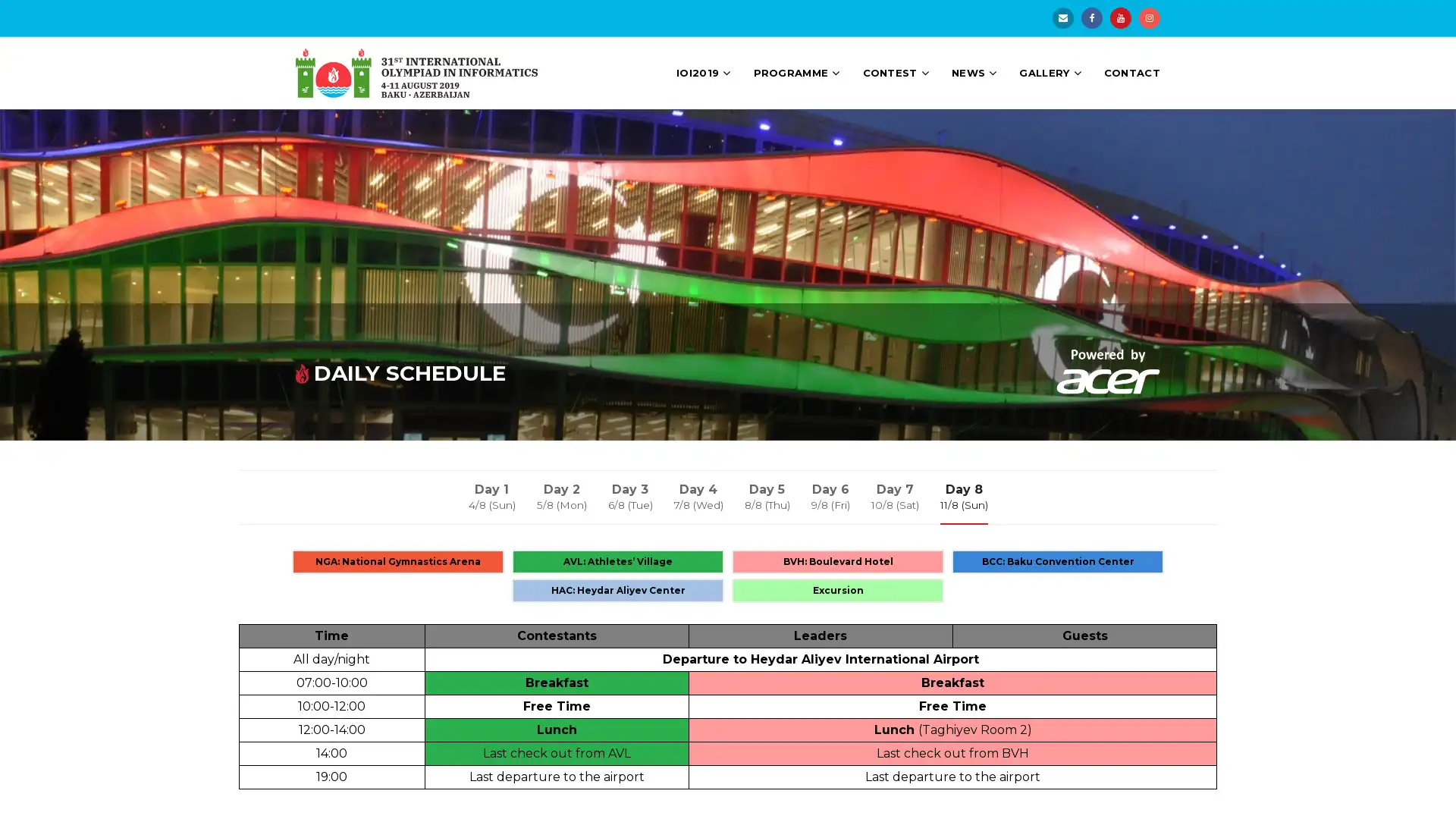 This screenshot has width=1456, height=819. I want to click on BCC: Baku Convention Center, so click(1057, 561).